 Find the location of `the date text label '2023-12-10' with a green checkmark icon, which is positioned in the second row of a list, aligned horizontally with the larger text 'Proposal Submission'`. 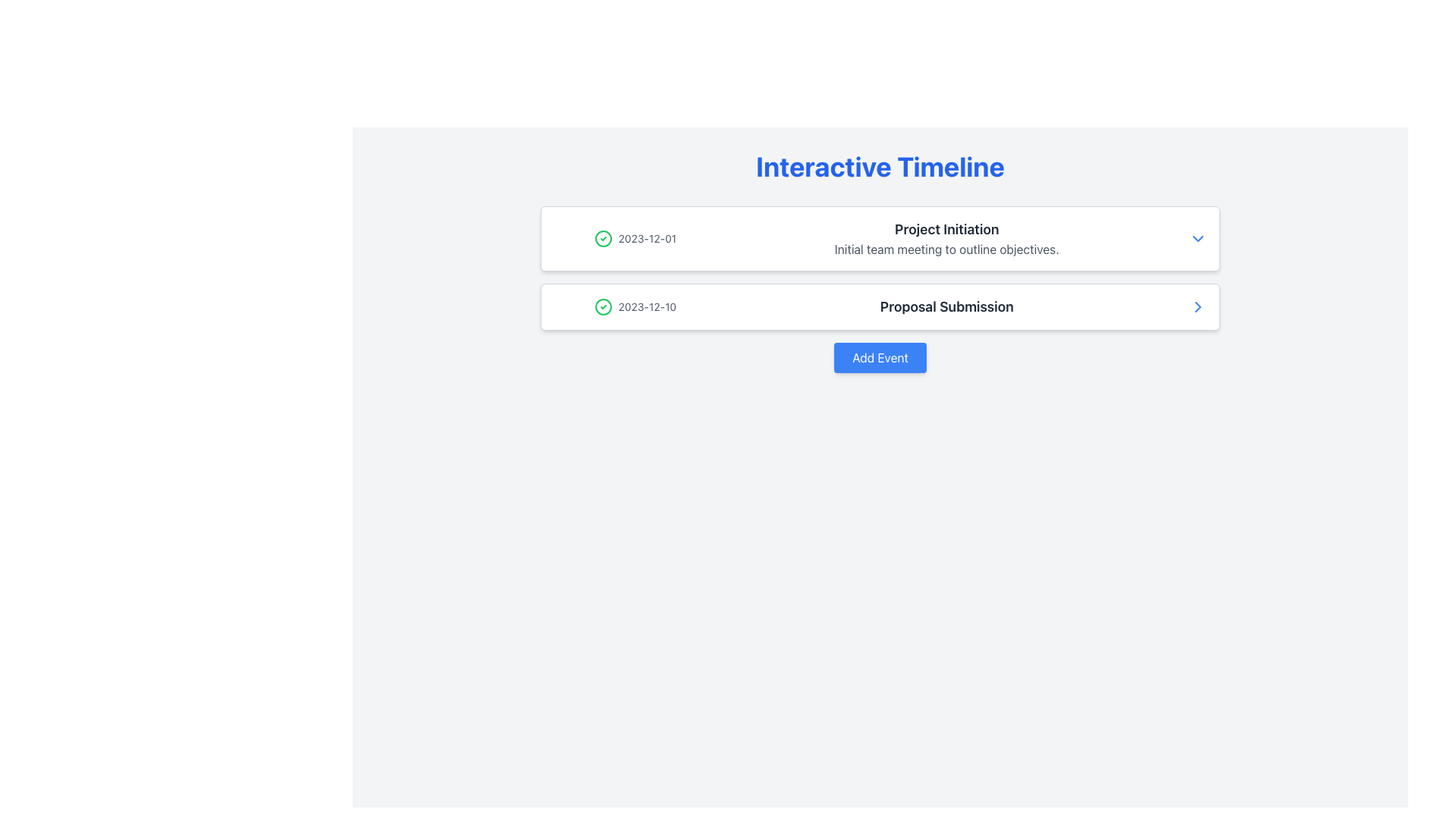

the date text label '2023-12-10' with a green checkmark icon, which is positioned in the second row of a list, aligned horizontally with the larger text 'Proposal Submission' is located at coordinates (635, 307).